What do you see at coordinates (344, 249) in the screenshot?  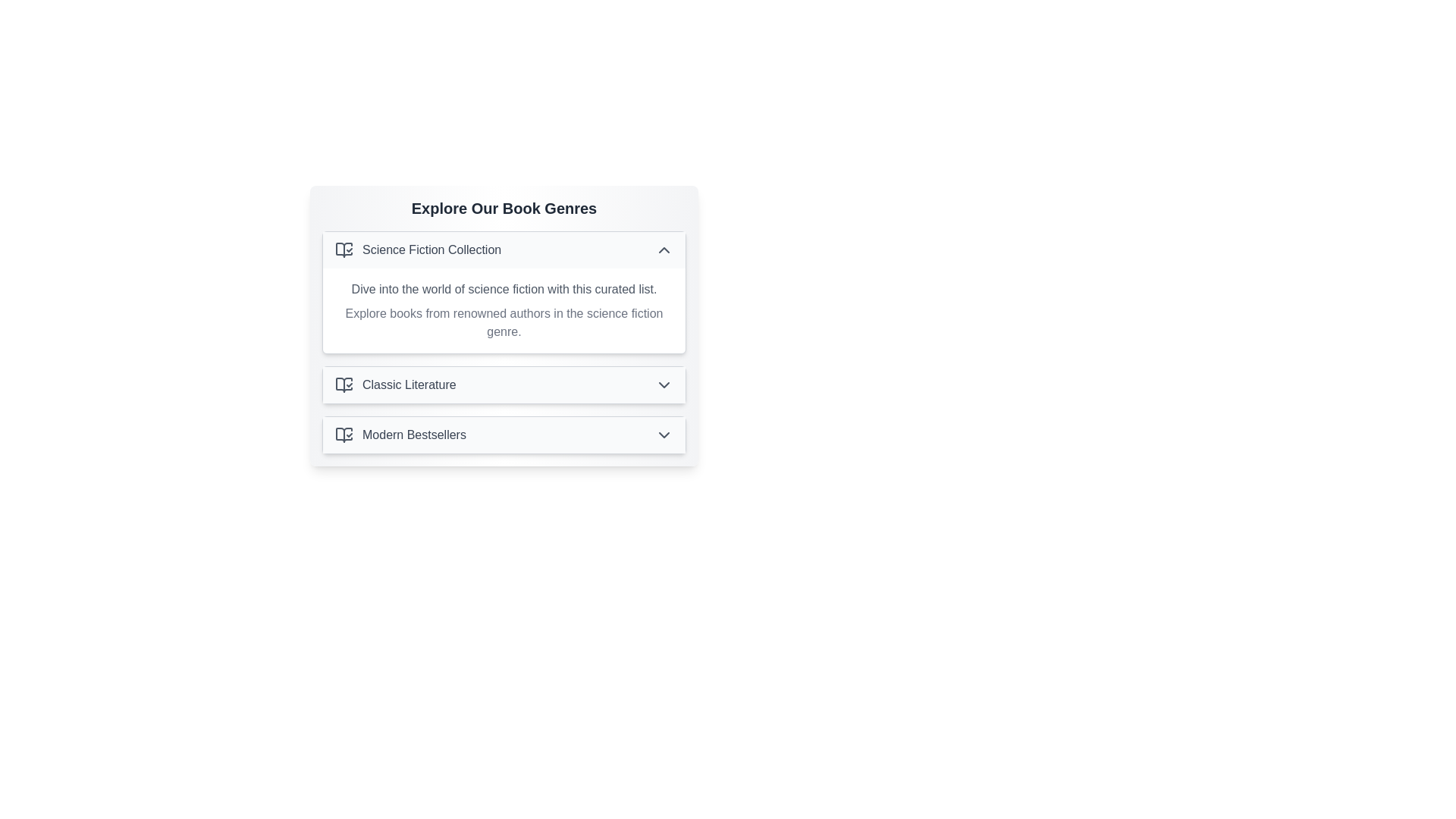 I see `the icon resembling an open book with a check mark, located to the left of the text 'Science Fiction Collection'` at bounding box center [344, 249].